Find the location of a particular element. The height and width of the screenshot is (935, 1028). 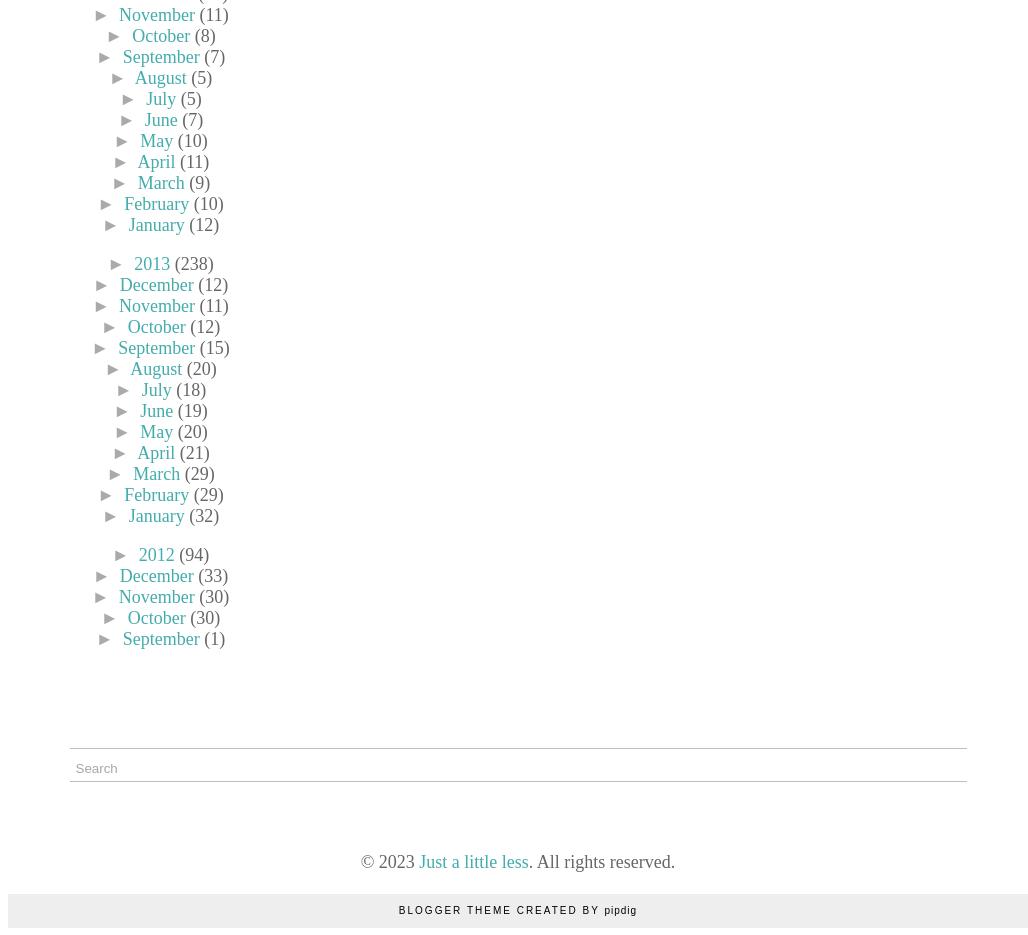

'. All rights reserved.' is located at coordinates (600, 860).